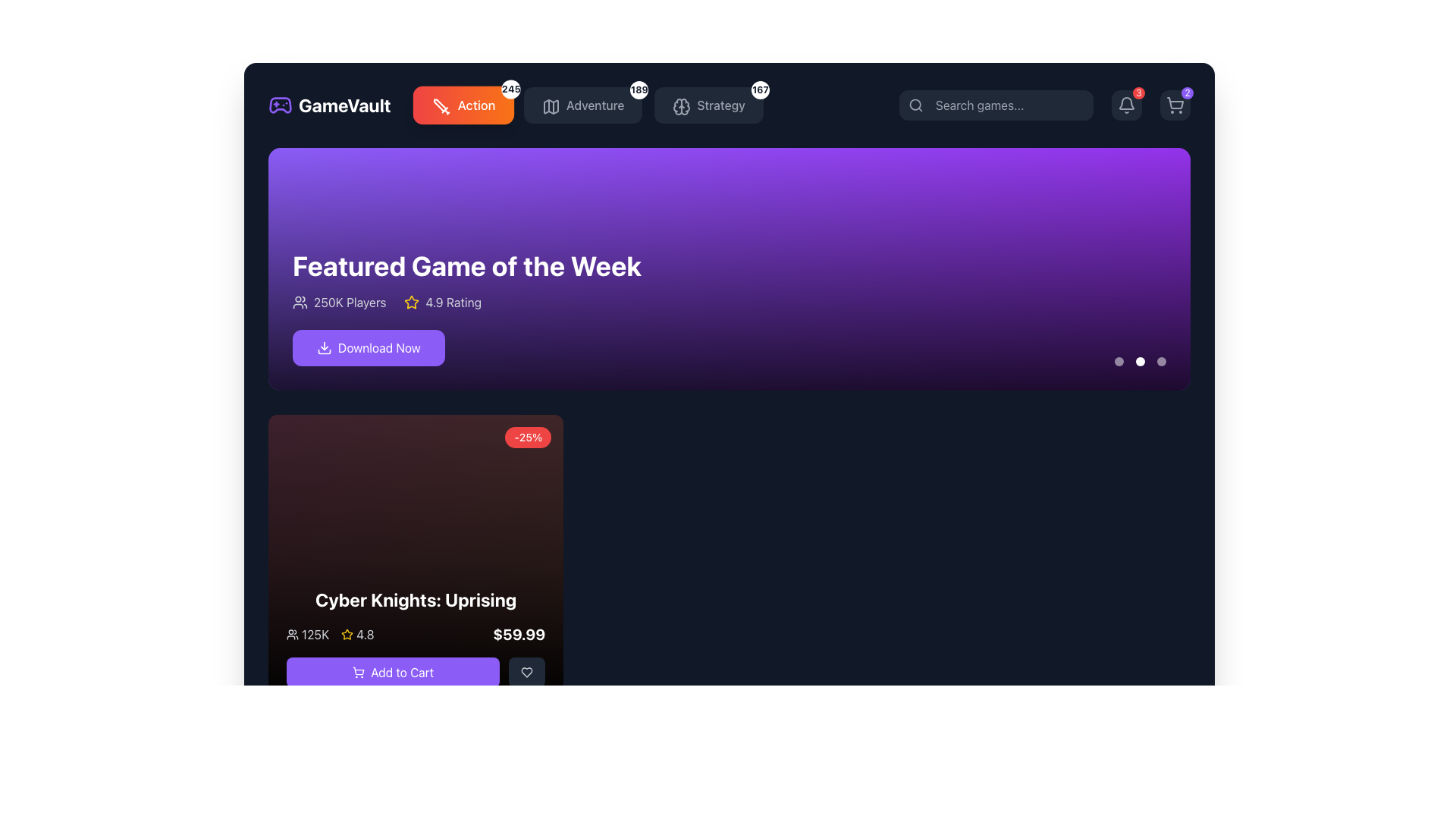 This screenshot has width=1456, height=819. What do you see at coordinates (393, 672) in the screenshot?
I see `the 'Add to Cart' button for 'Cyber Knights: Uprising' to observe the hover effect` at bounding box center [393, 672].